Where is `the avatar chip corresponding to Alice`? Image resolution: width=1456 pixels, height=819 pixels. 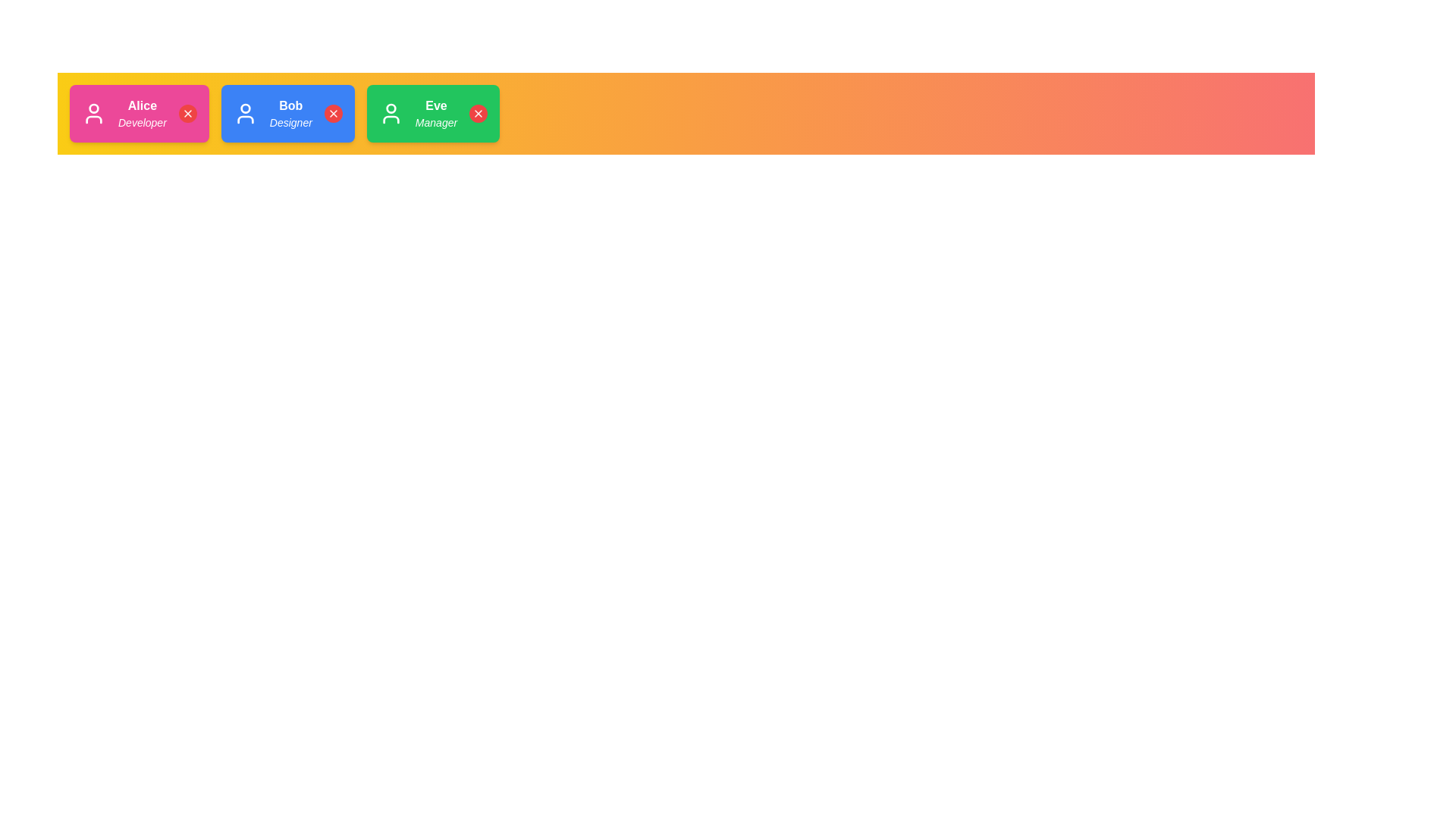 the avatar chip corresponding to Alice is located at coordinates (139, 113).